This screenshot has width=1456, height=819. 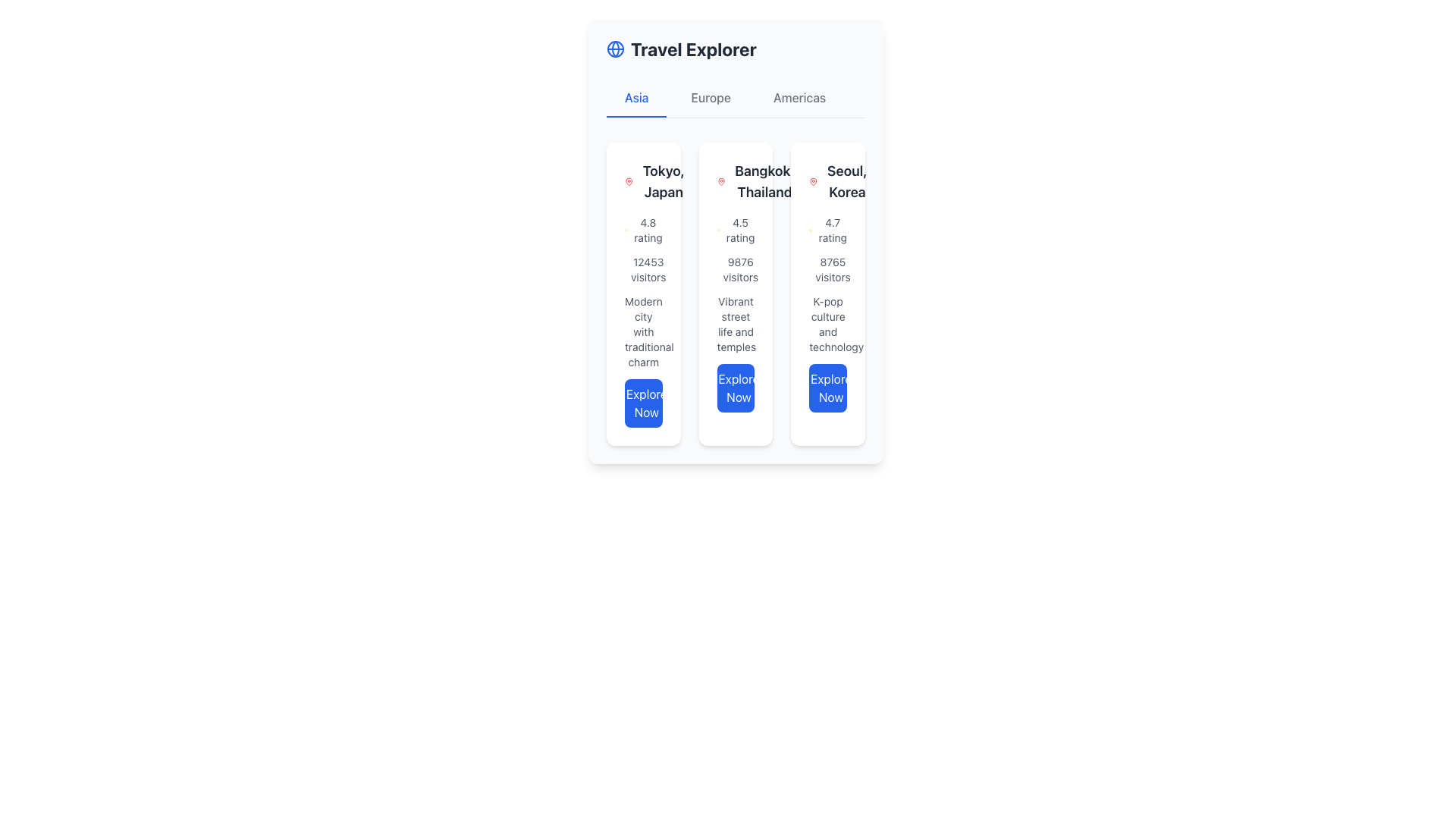 I want to click on the text label indicating 'Tokyo, Japan', which serves as the title for the card describing this location, positioned at the top section of the card layout, so click(x=643, y=180).